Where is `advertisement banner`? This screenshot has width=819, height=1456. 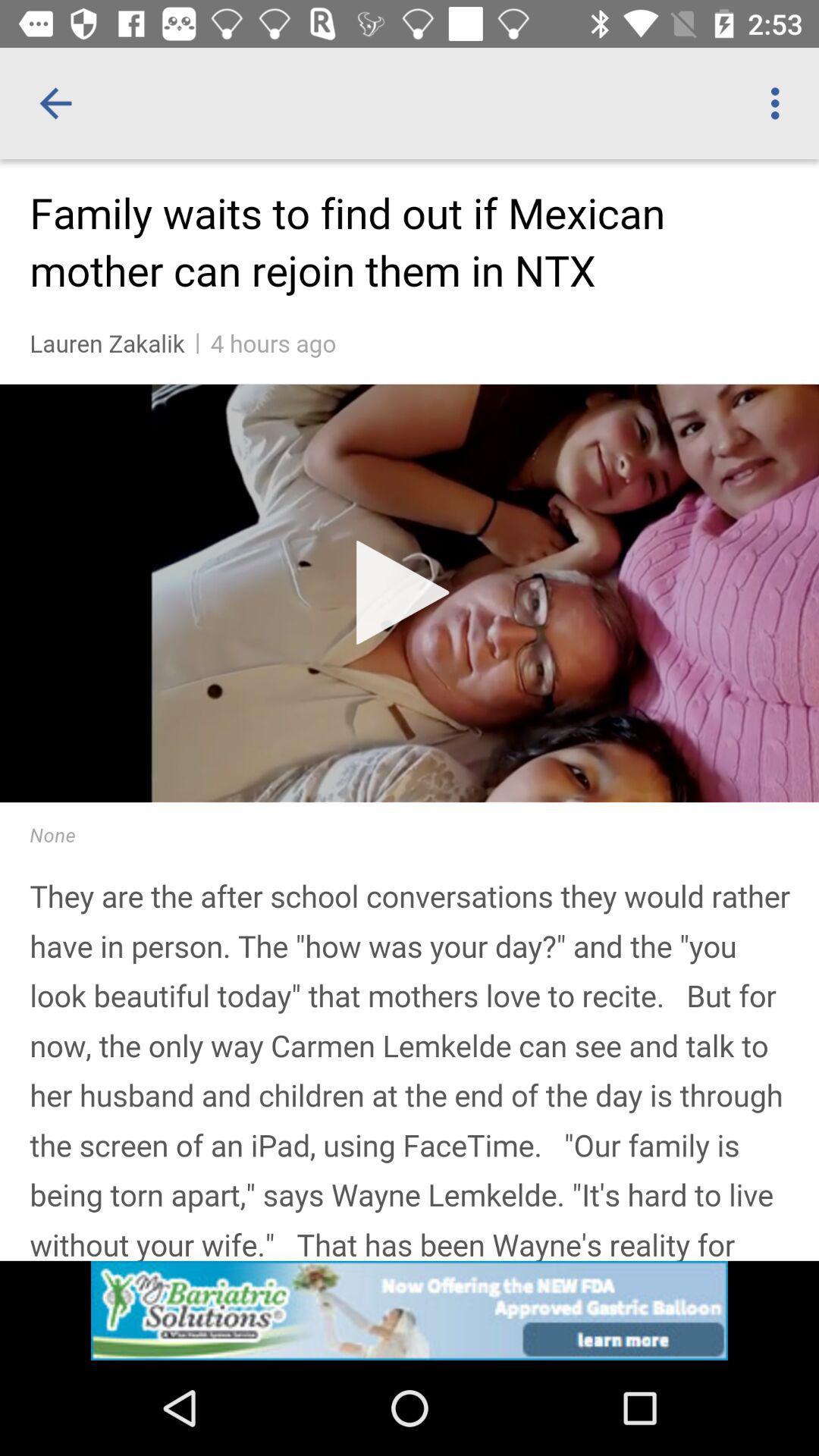 advertisement banner is located at coordinates (409, 1310).